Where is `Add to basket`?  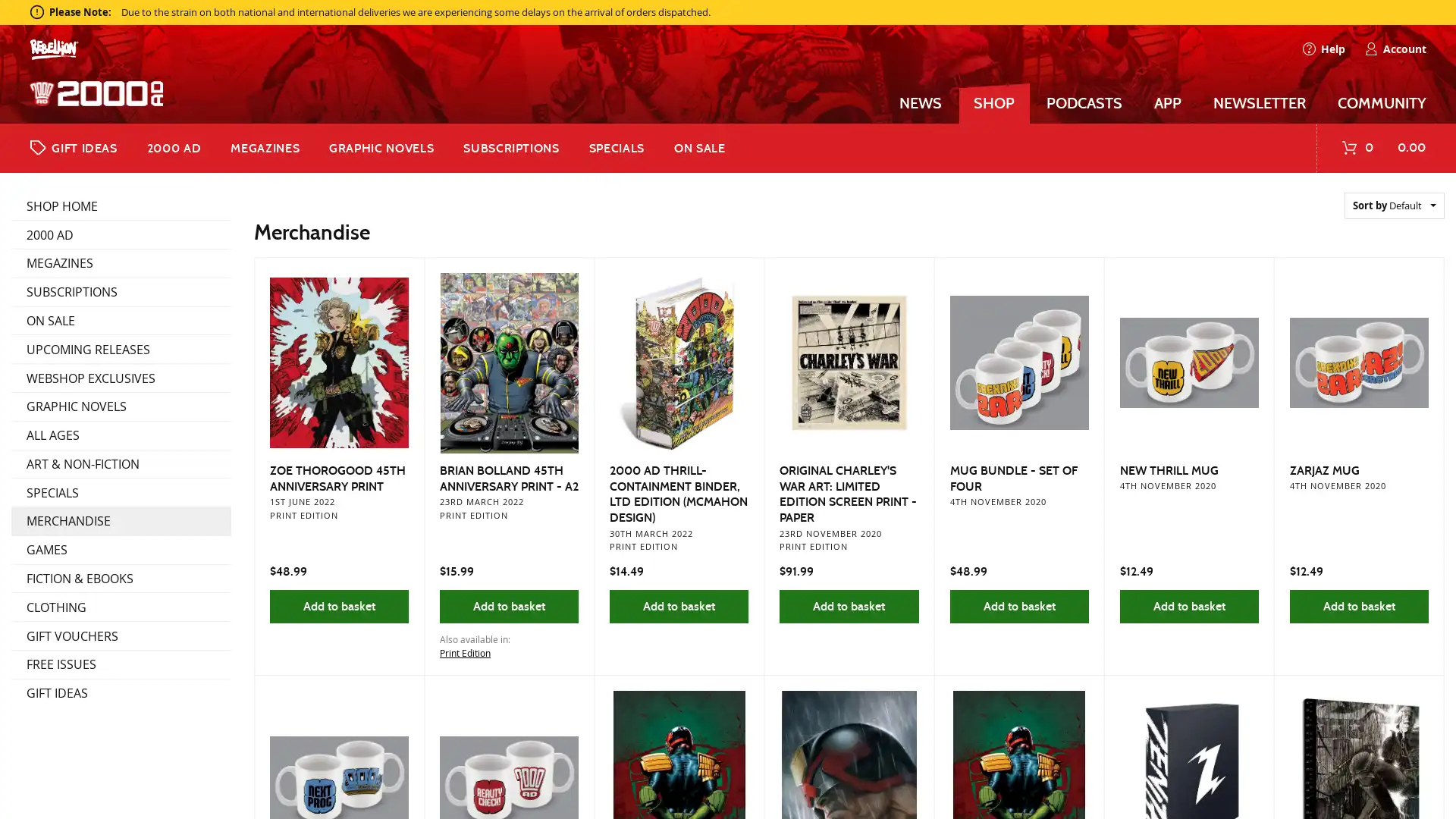
Add to basket is located at coordinates (1188, 605).